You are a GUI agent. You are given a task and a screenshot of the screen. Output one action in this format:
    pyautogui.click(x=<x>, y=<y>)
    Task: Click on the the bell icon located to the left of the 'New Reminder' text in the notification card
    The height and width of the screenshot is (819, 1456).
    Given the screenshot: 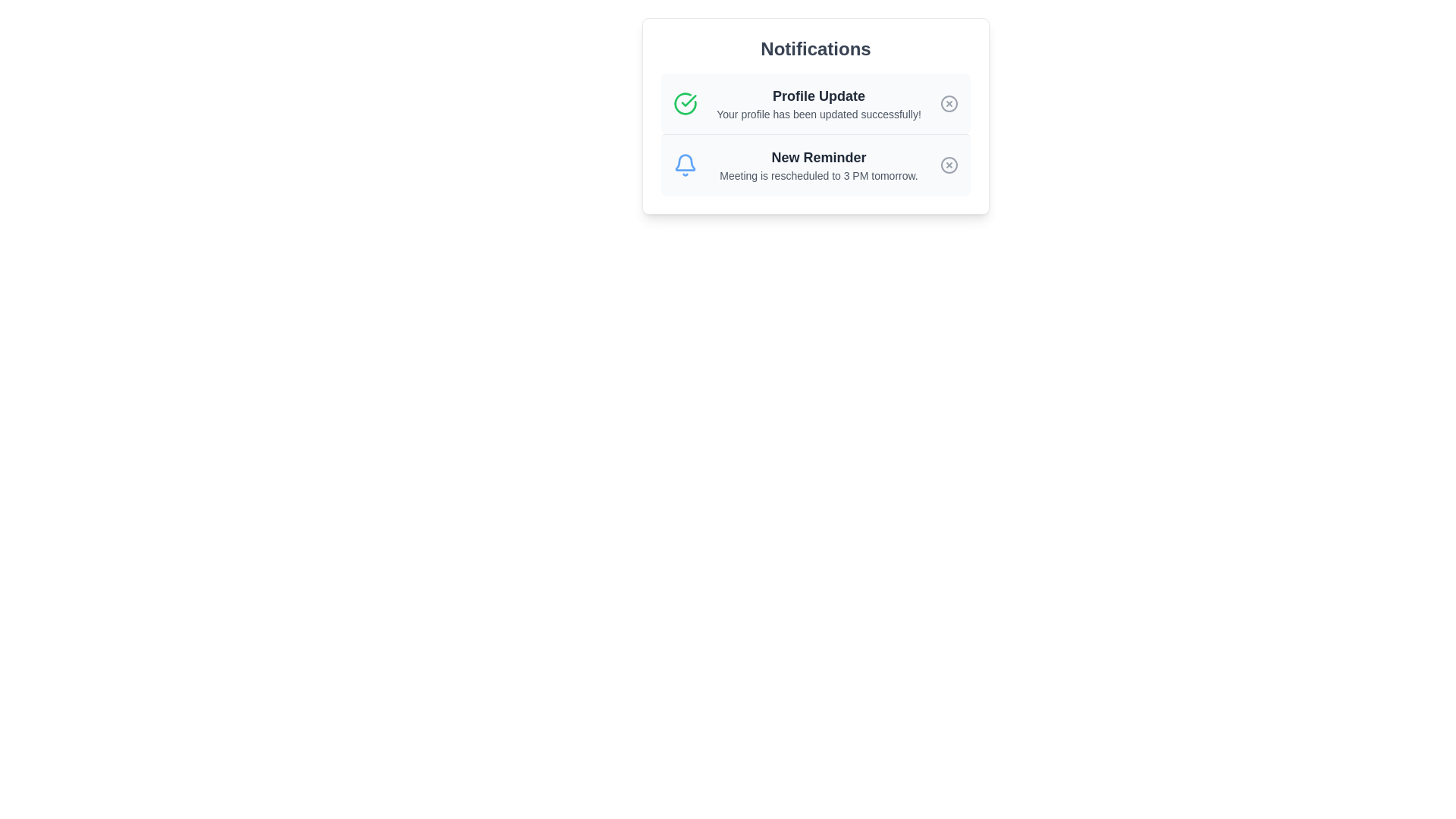 What is the action you would take?
    pyautogui.click(x=684, y=165)
    